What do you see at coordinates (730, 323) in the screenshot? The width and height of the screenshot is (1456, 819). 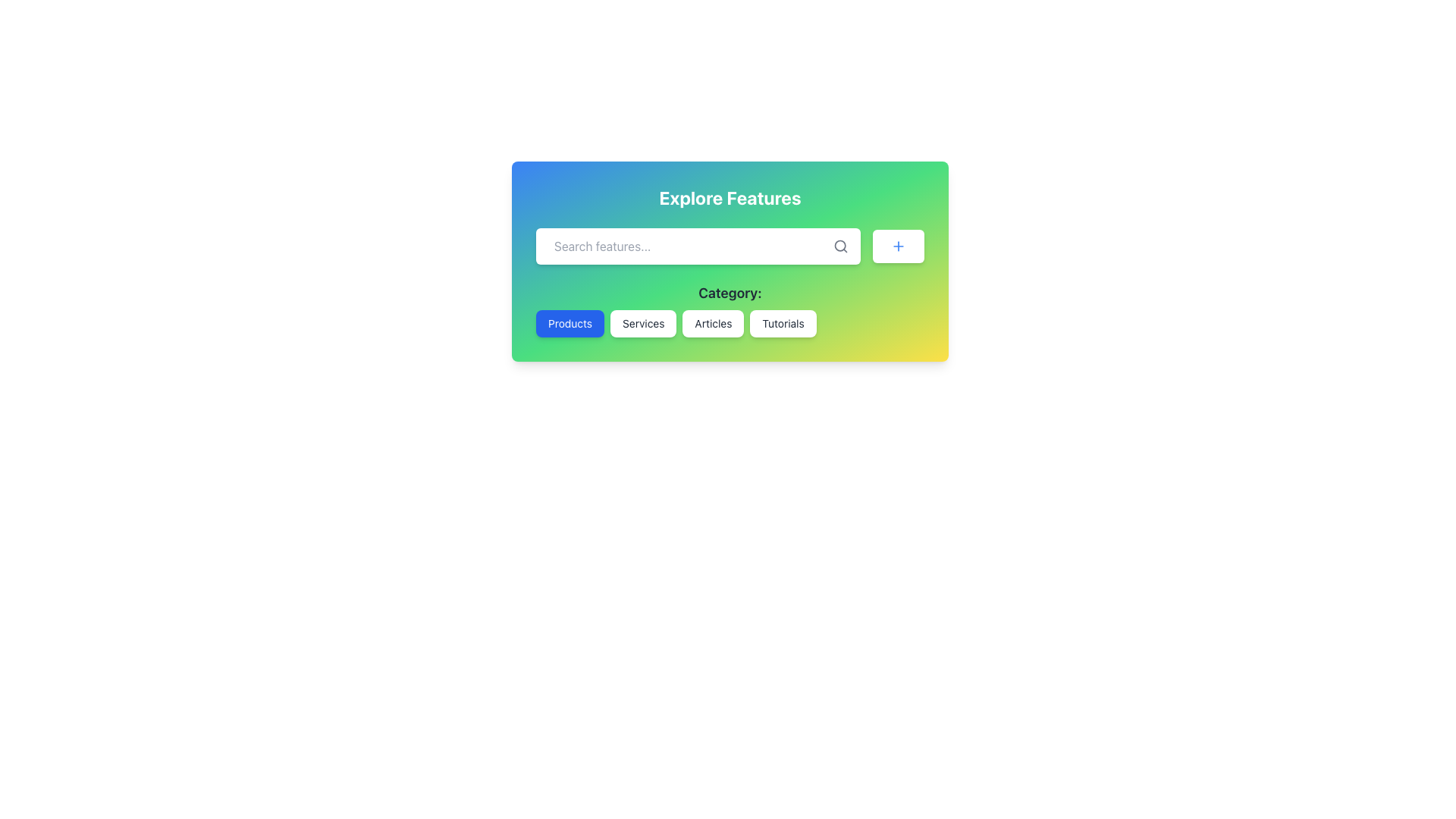 I see `the 'Articles' button located in the navigation group under the 'Category:' label to filter content related to articles` at bounding box center [730, 323].